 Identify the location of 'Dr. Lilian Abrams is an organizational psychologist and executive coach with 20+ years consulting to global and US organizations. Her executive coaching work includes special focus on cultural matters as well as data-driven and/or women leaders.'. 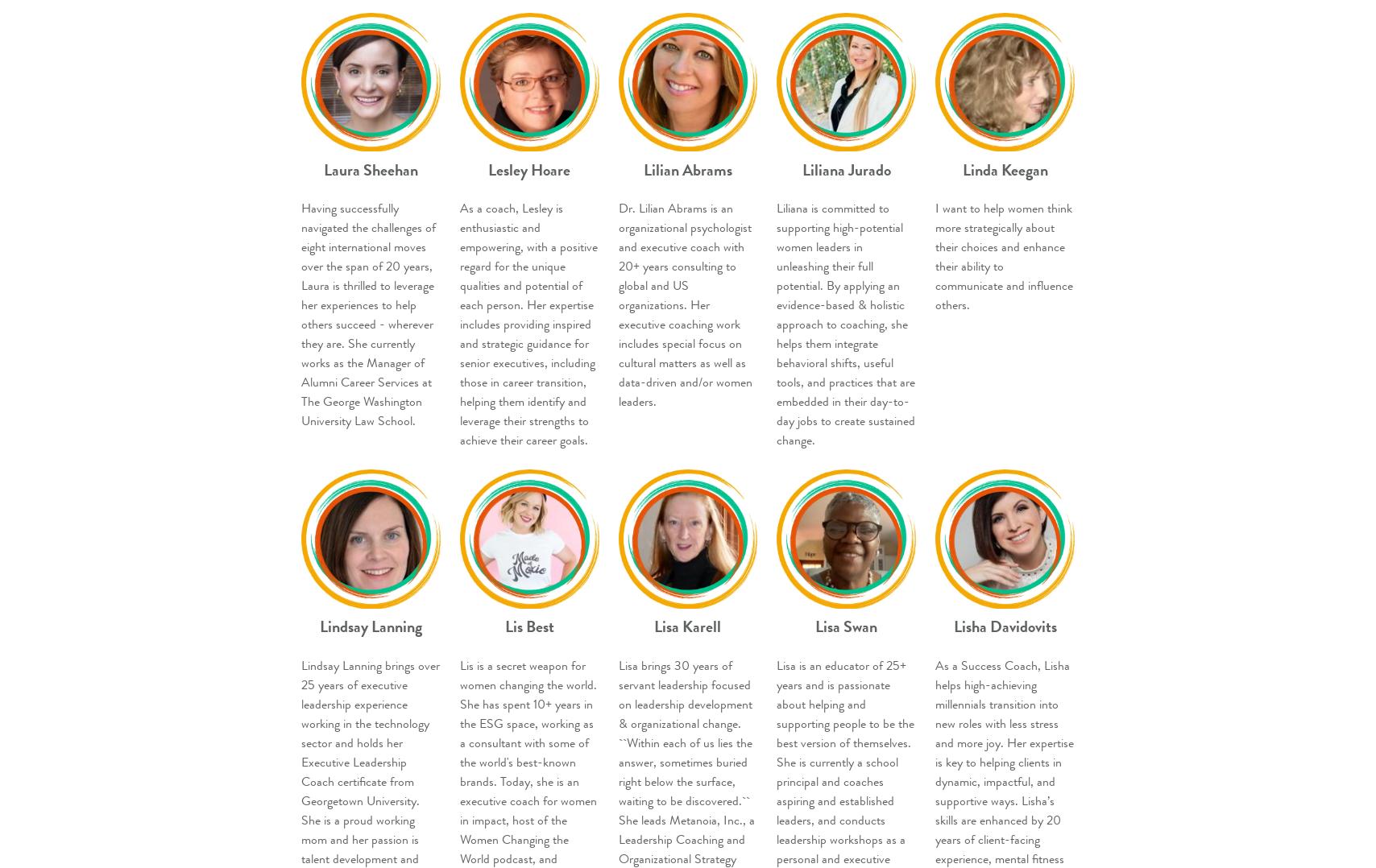
(685, 305).